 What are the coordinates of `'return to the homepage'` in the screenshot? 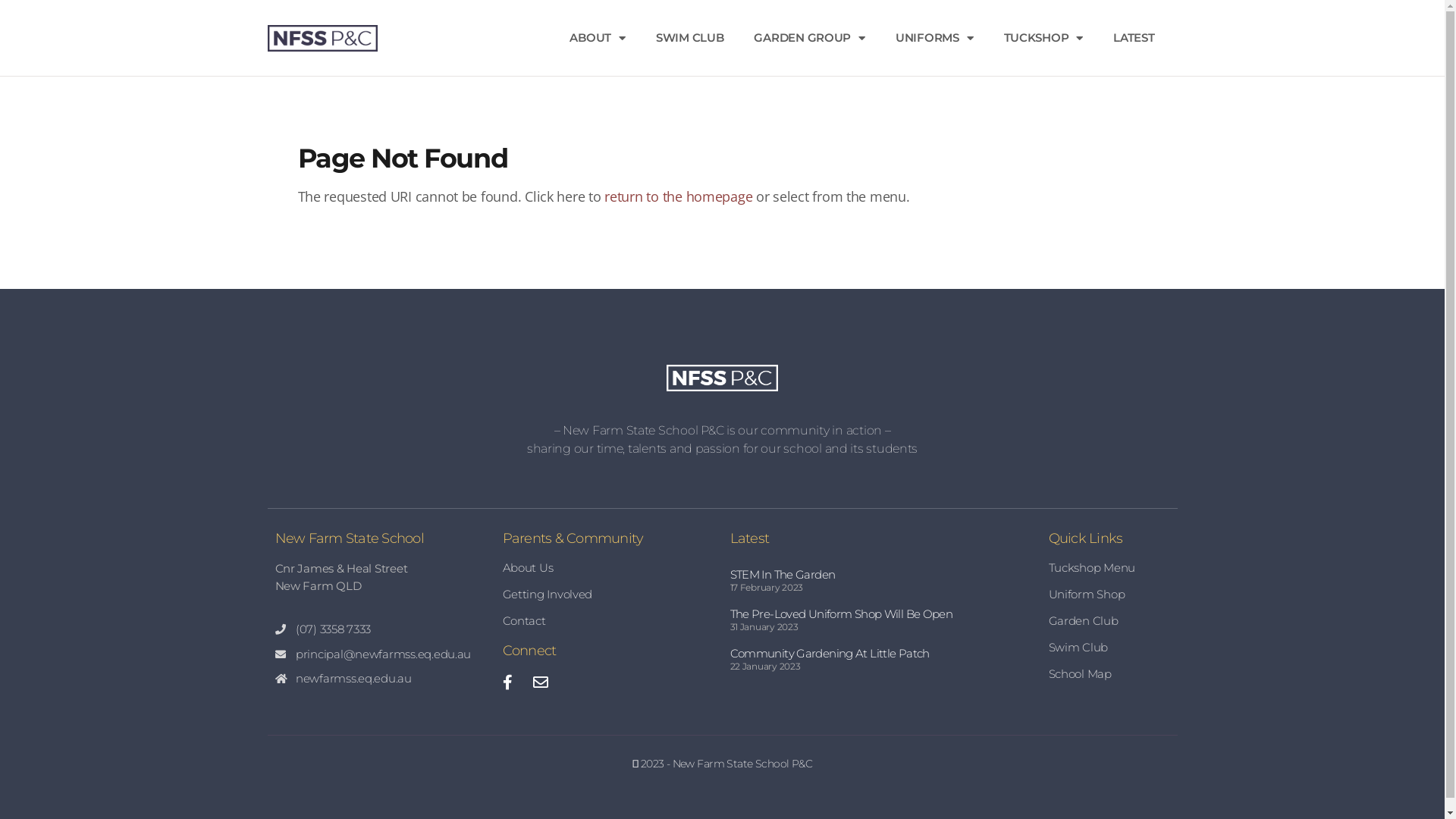 It's located at (677, 195).